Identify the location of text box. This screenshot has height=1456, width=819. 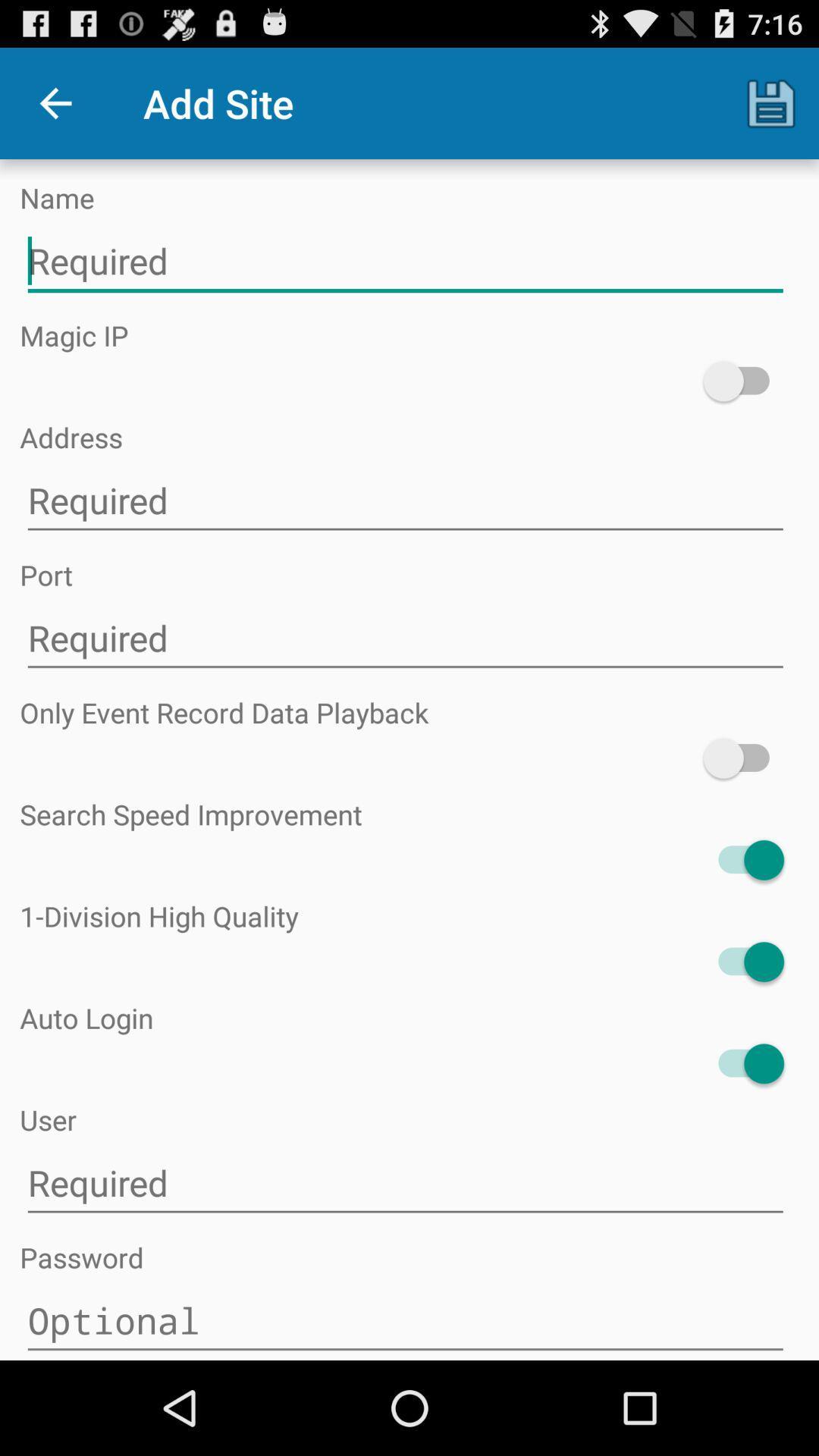
(404, 262).